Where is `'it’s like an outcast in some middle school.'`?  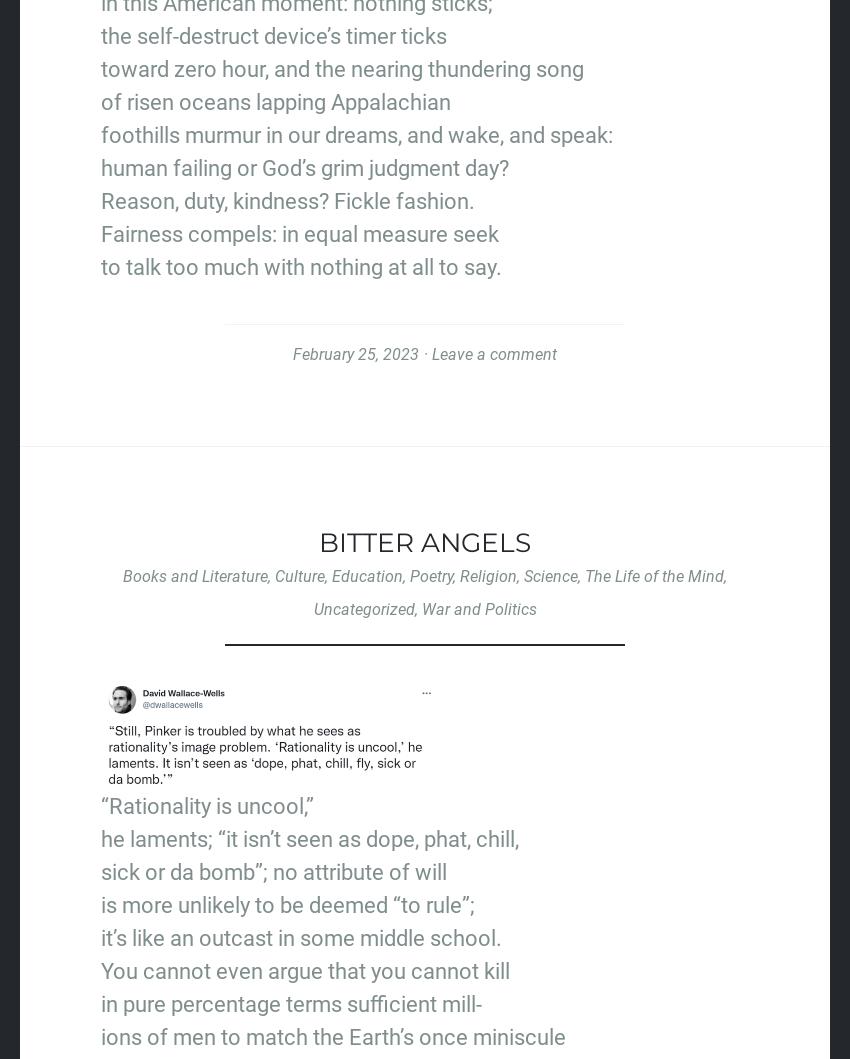
'it’s like an outcast in some middle school.' is located at coordinates (301, 937).